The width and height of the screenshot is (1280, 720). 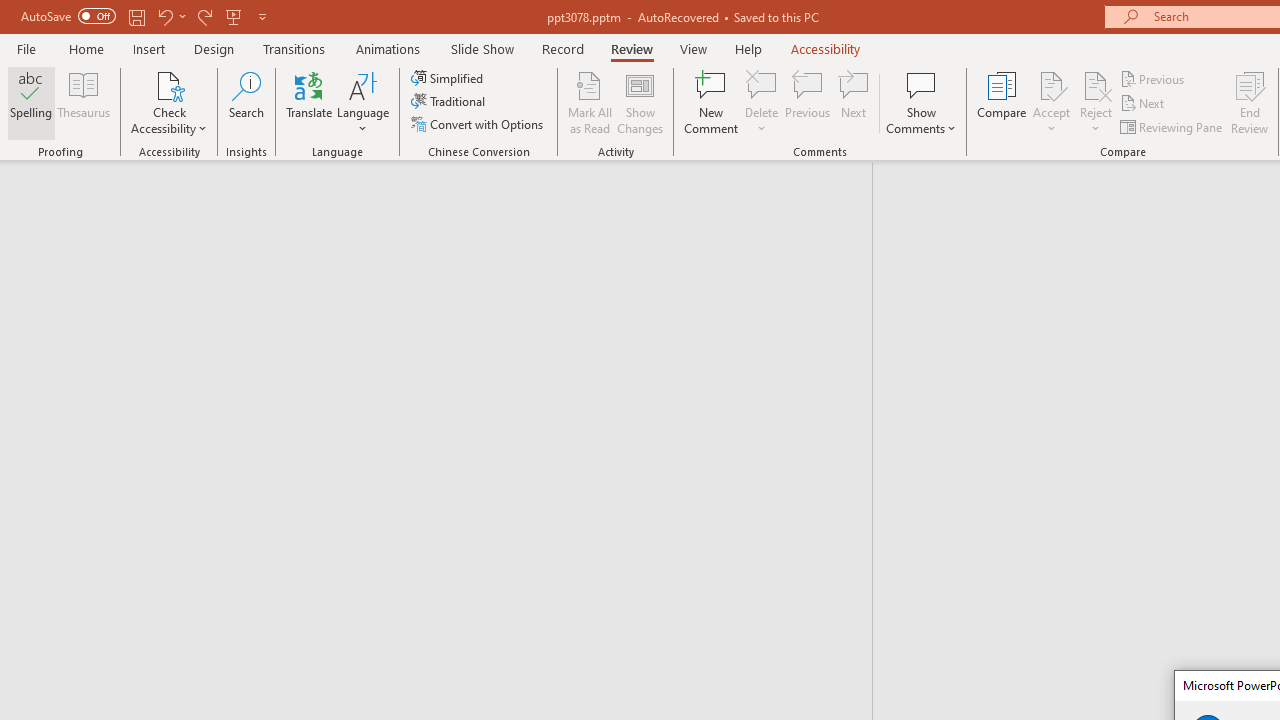 I want to click on 'Review', so click(x=630, y=48).